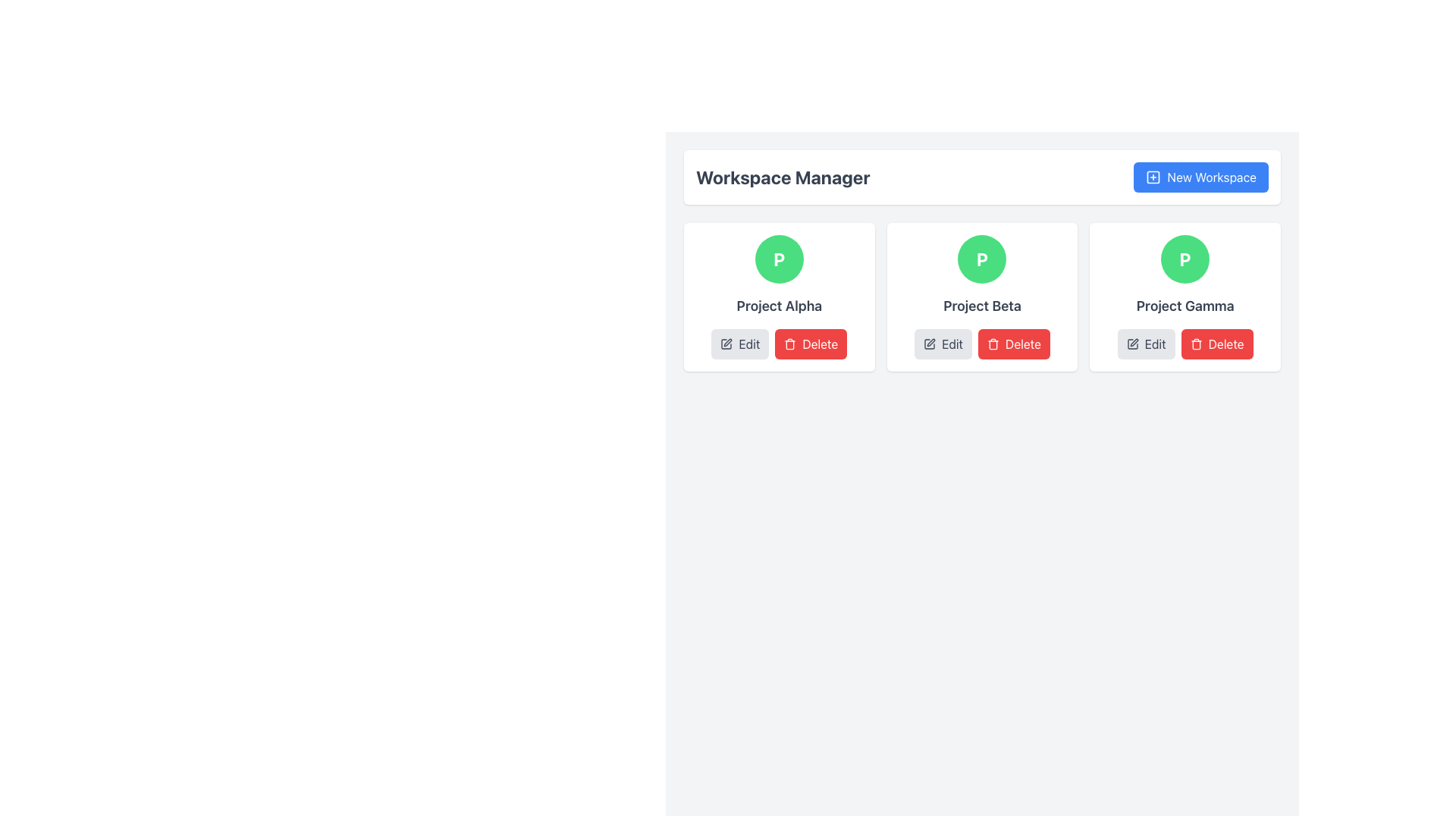  I want to click on the middle part of the trash icon, which serves as a delete button for the associated project entry, so click(993, 345).